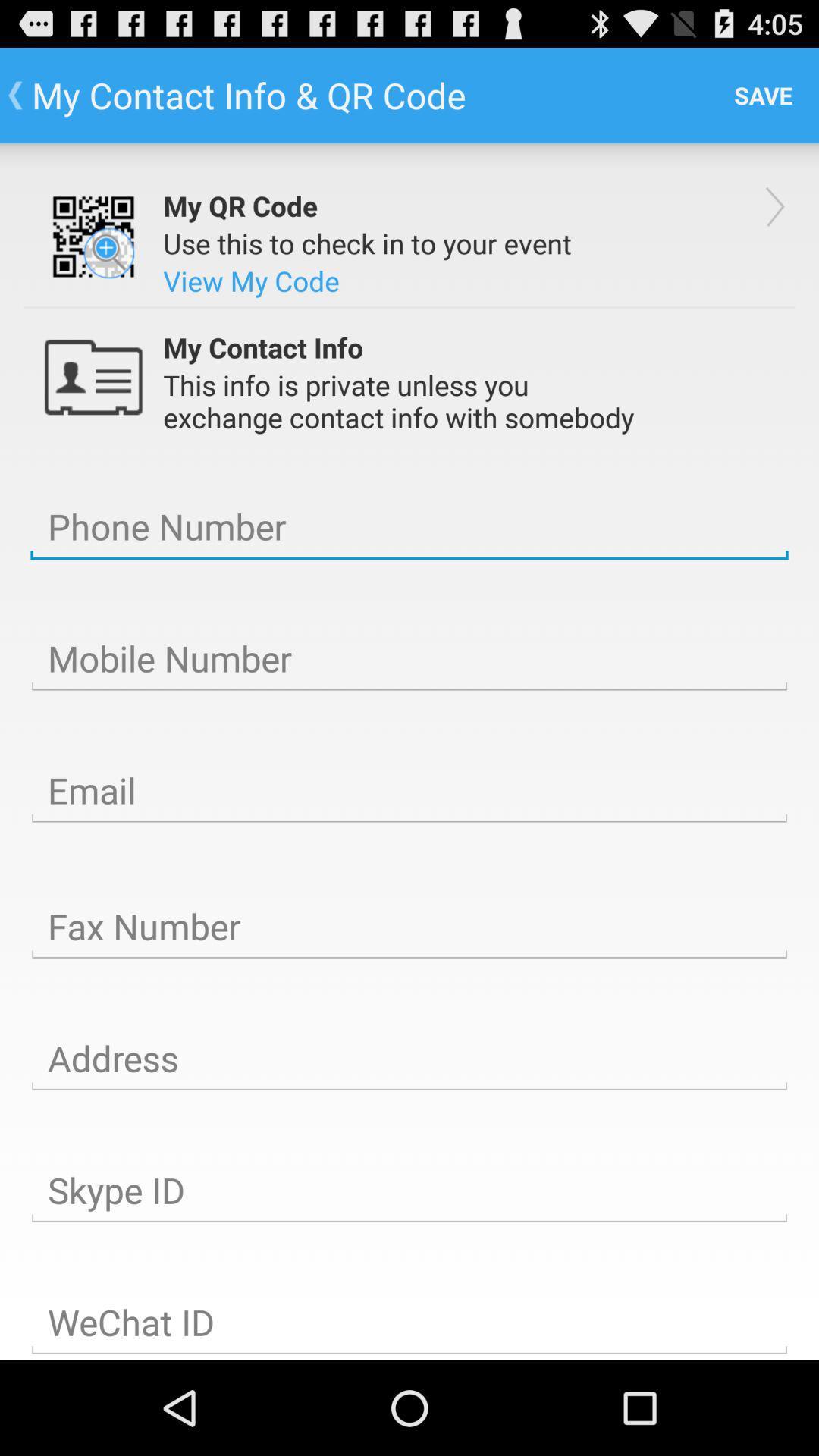  Describe the element at coordinates (409, 790) in the screenshot. I see `email address` at that location.